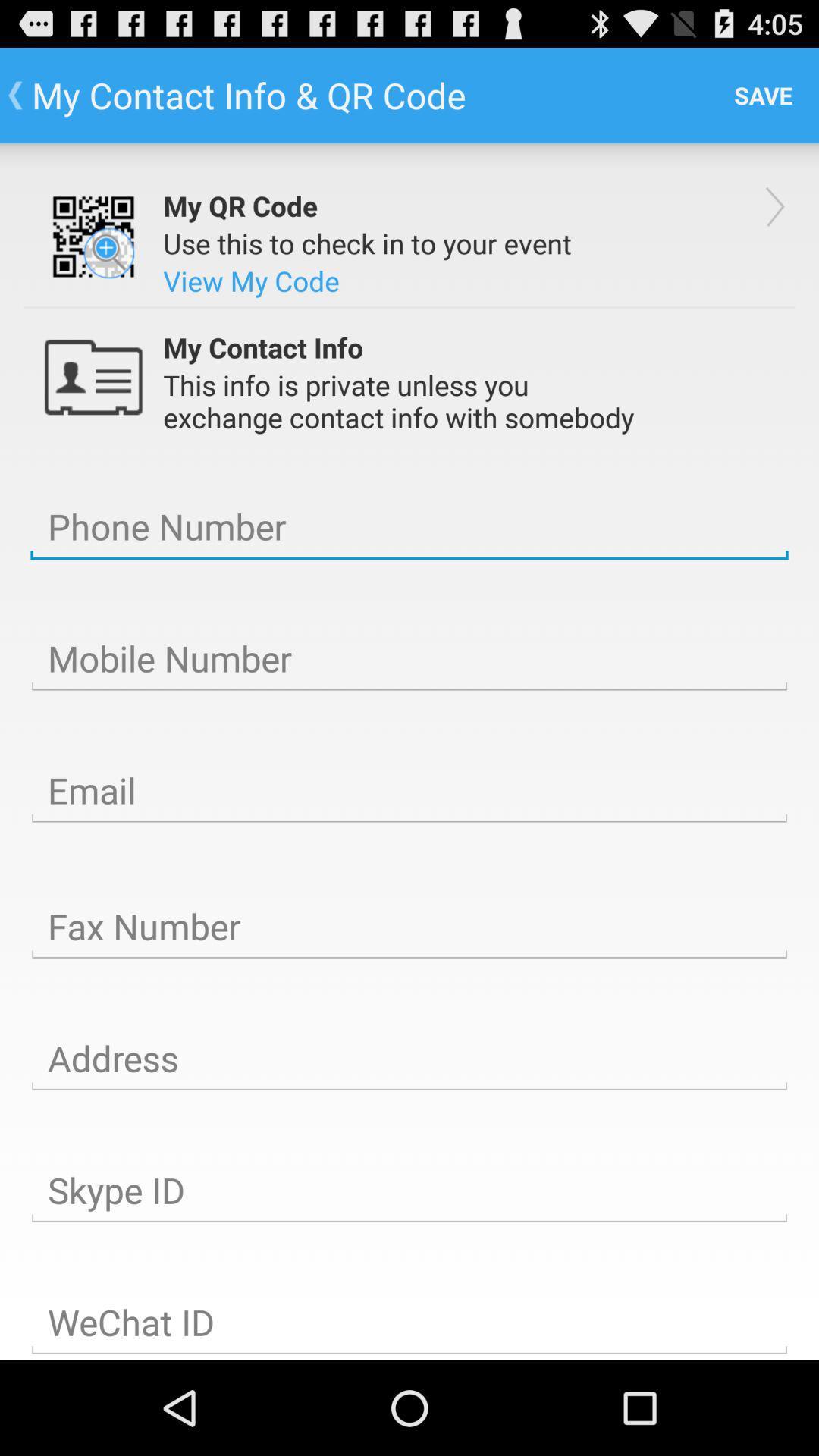  Describe the element at coordinates (409, 790) in the screenshot. I see `email address` at that location.